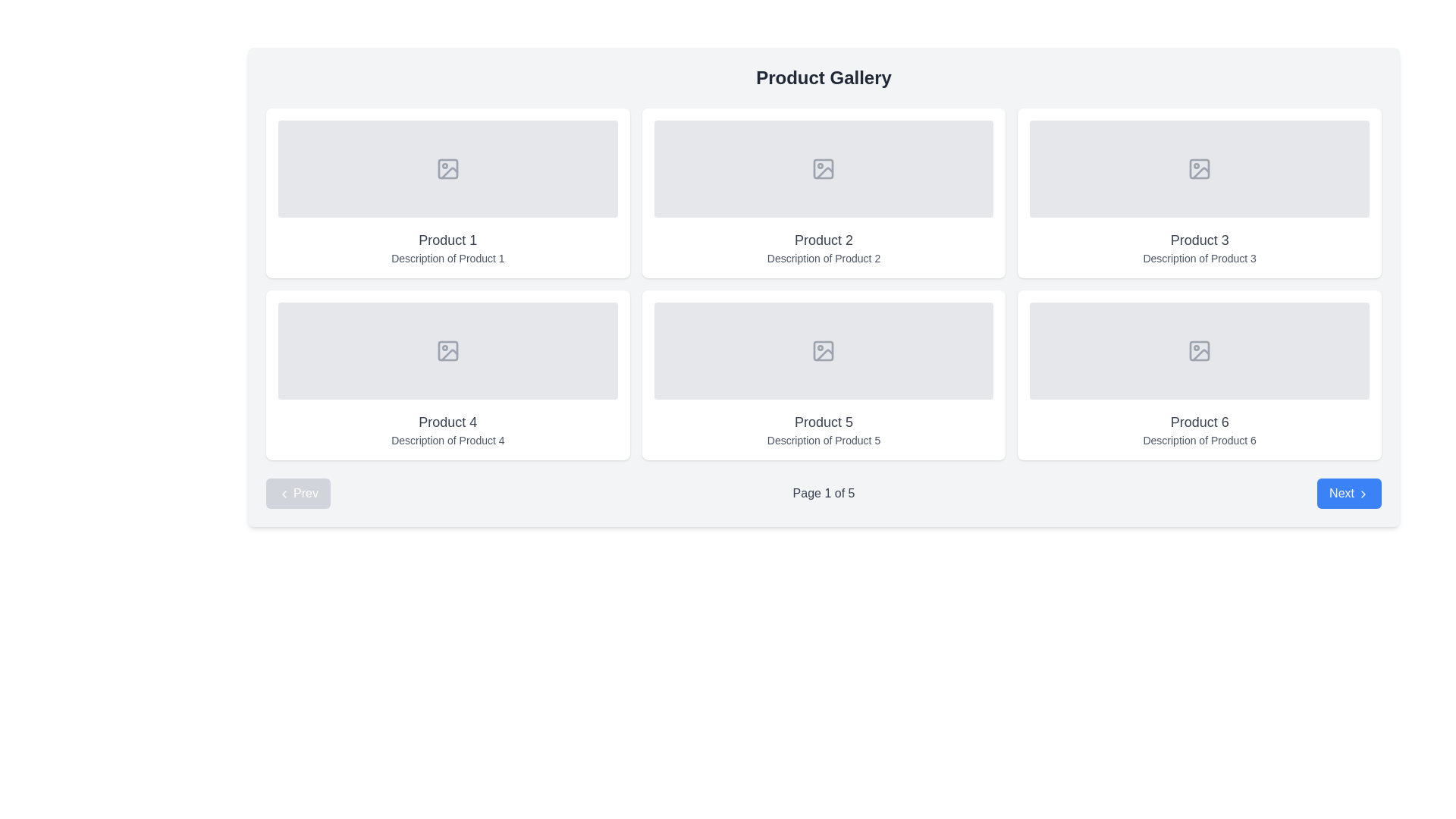  I want to click on the descriptive text block located below the title of 'Product 3' in the product card, so click(1199, 257).